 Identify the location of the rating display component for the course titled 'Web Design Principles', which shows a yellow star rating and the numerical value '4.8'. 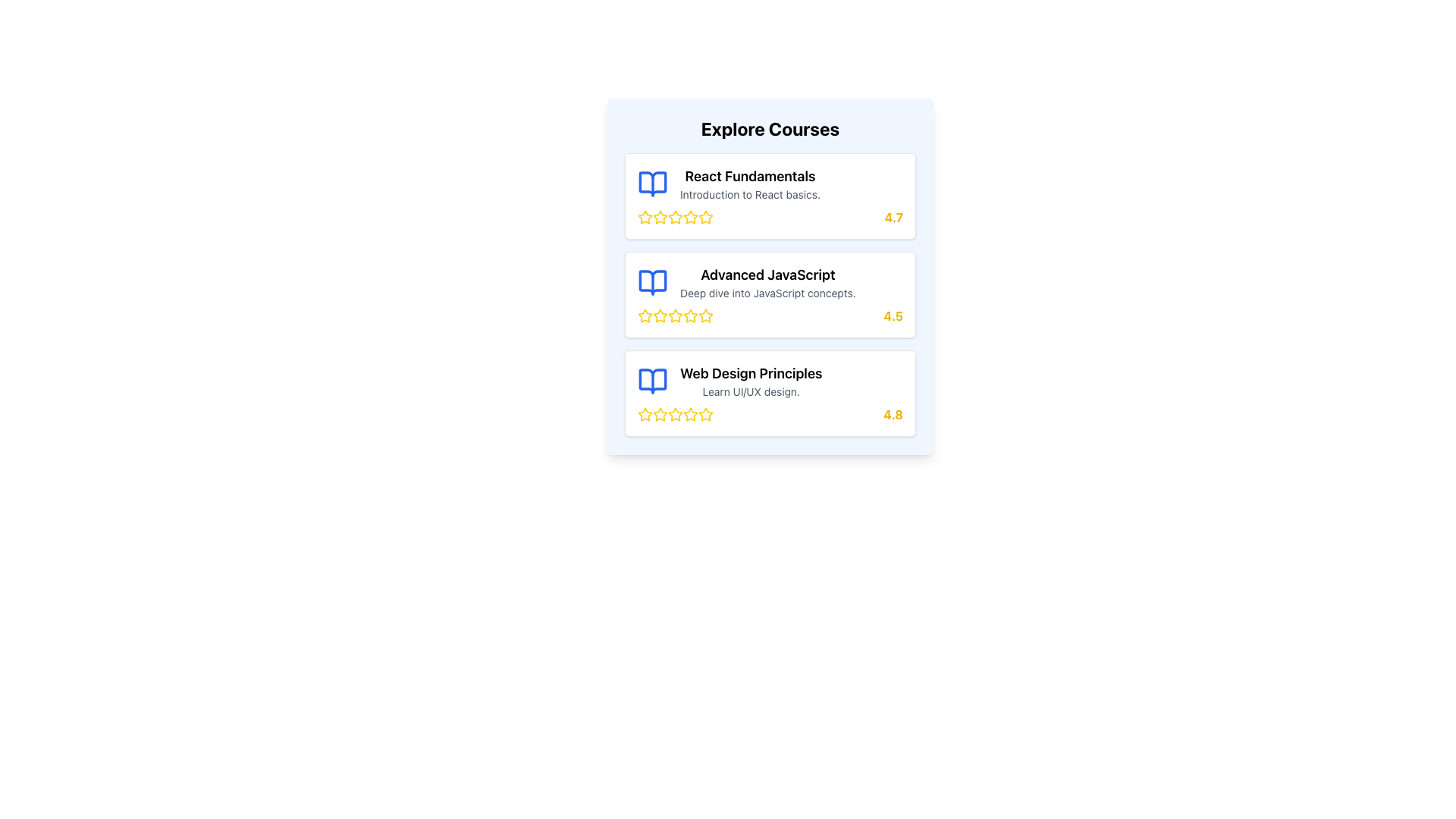
(770, 415).